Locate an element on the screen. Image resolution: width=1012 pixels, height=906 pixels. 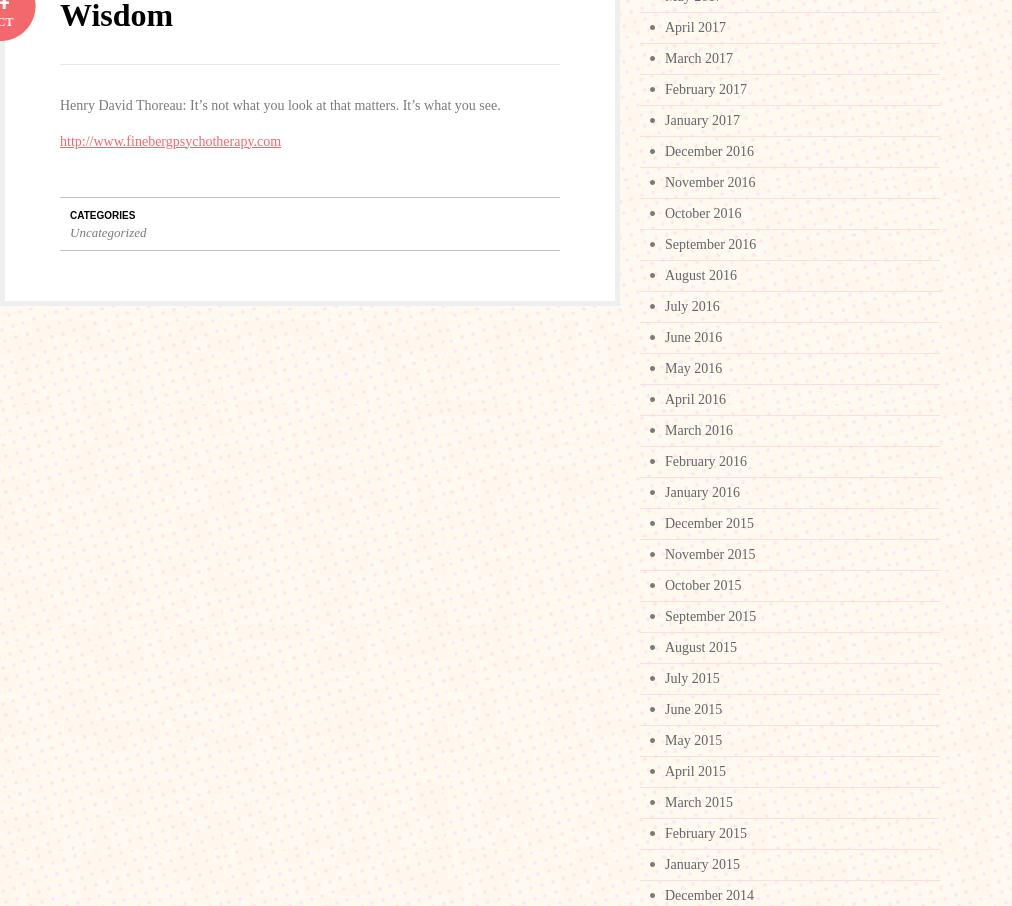
'February 2015' is located at coordinates (705, 832).